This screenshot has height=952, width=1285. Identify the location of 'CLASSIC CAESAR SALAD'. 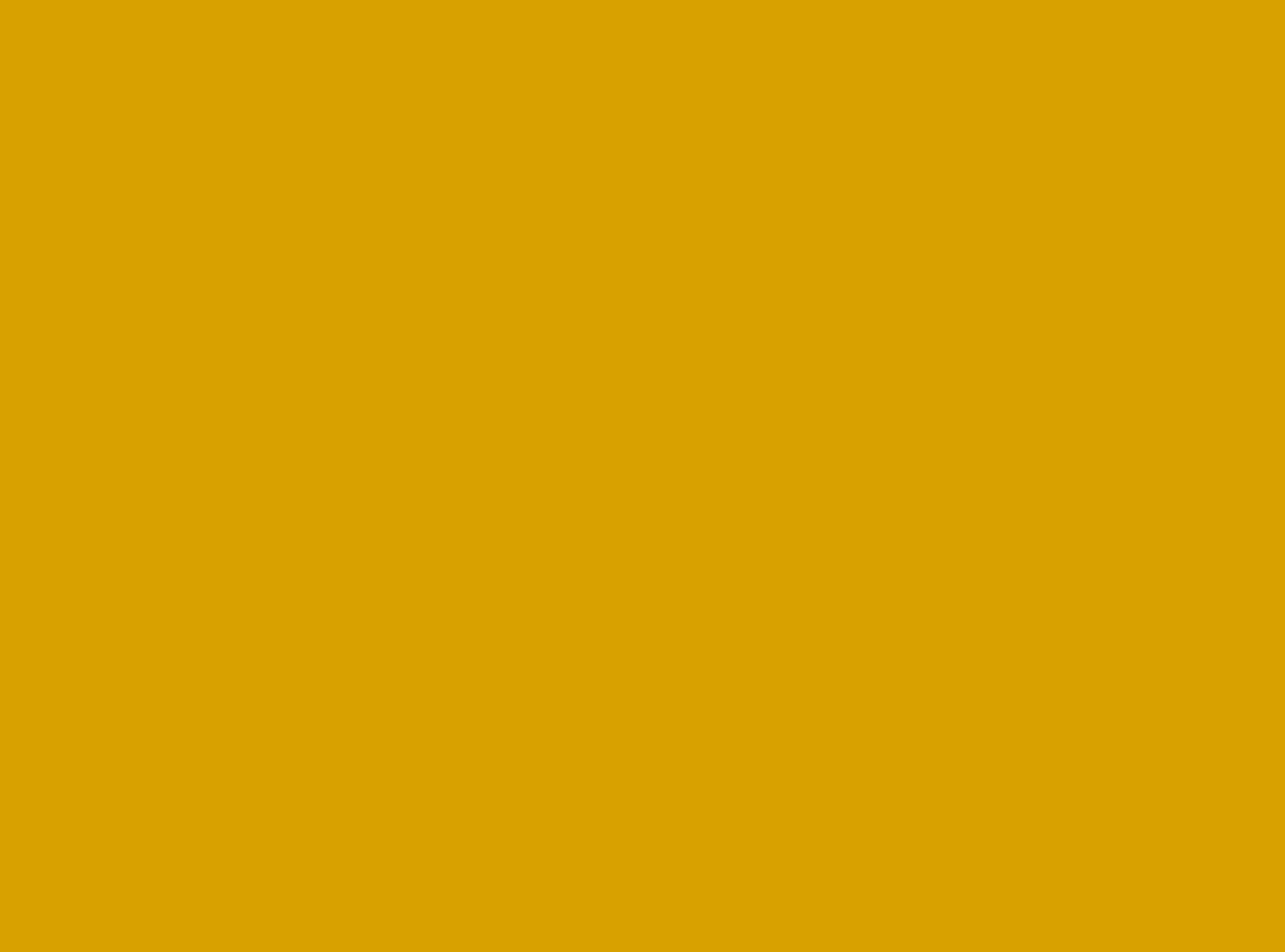
(309, 382).